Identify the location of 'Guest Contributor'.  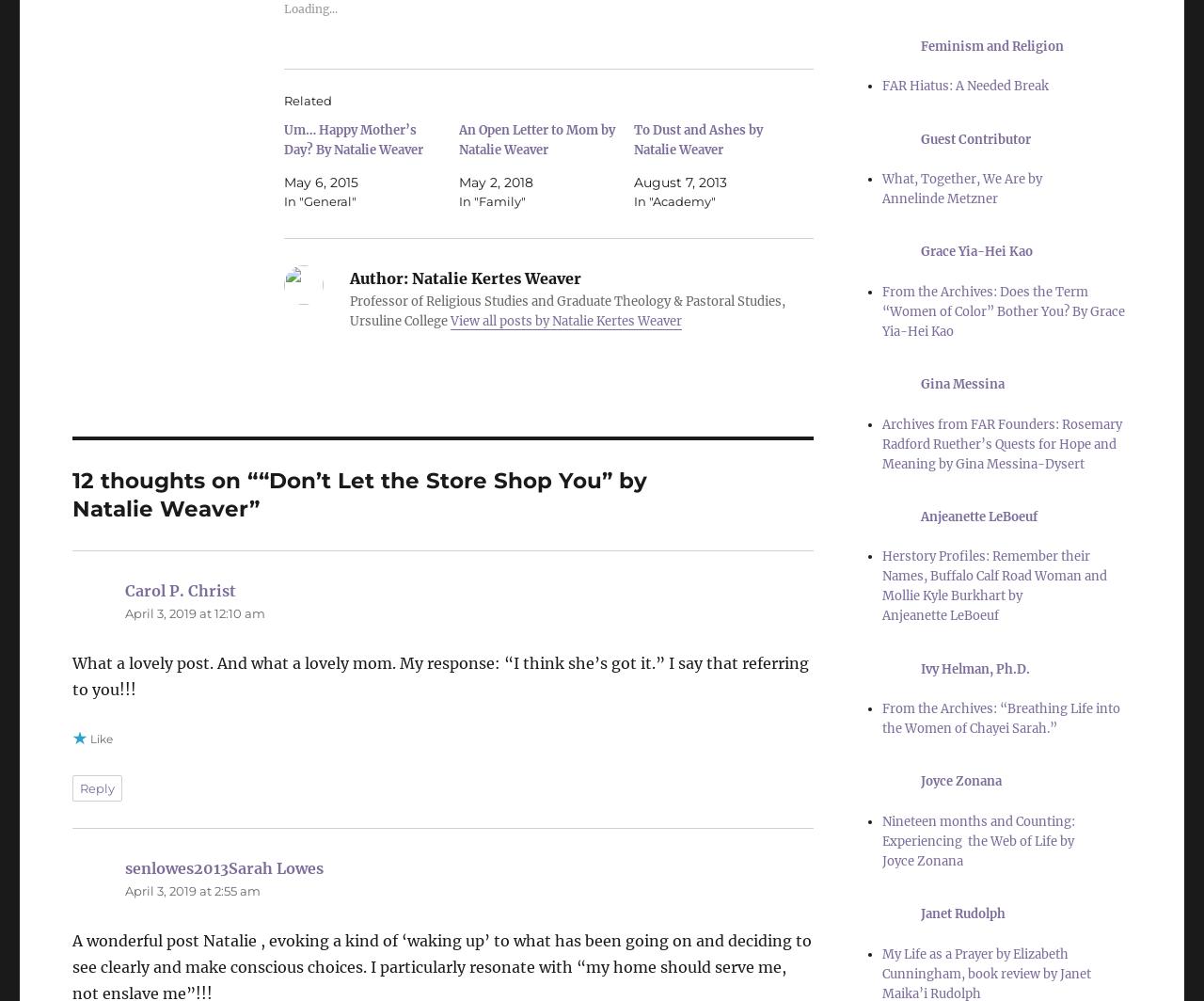
(975, 138).